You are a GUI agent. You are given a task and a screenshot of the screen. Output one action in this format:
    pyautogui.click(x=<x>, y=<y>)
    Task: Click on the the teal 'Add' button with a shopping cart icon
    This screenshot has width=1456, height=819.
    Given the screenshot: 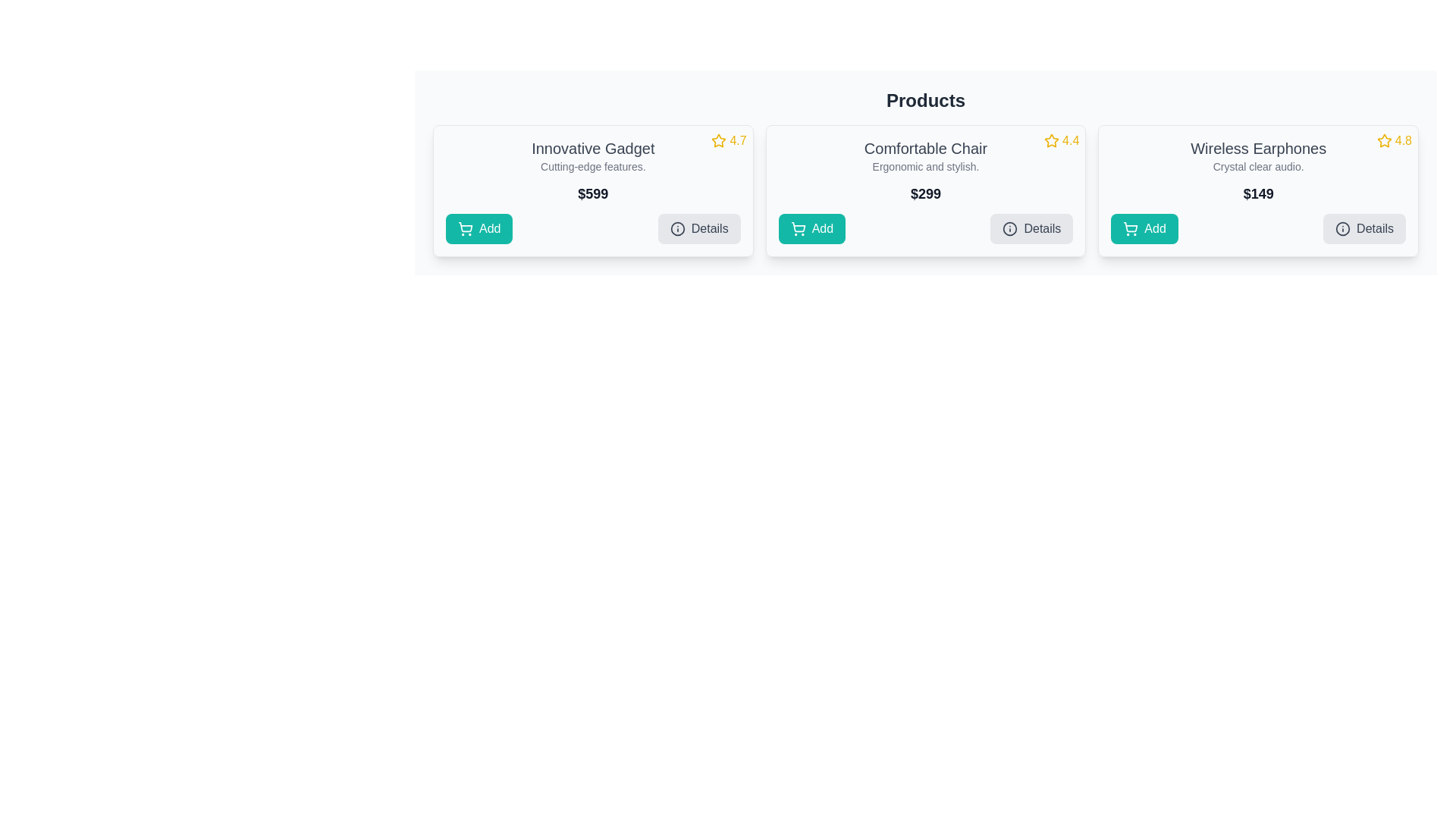 What is the action you would take?
    pyautogui.click(x=811, y=228)
    